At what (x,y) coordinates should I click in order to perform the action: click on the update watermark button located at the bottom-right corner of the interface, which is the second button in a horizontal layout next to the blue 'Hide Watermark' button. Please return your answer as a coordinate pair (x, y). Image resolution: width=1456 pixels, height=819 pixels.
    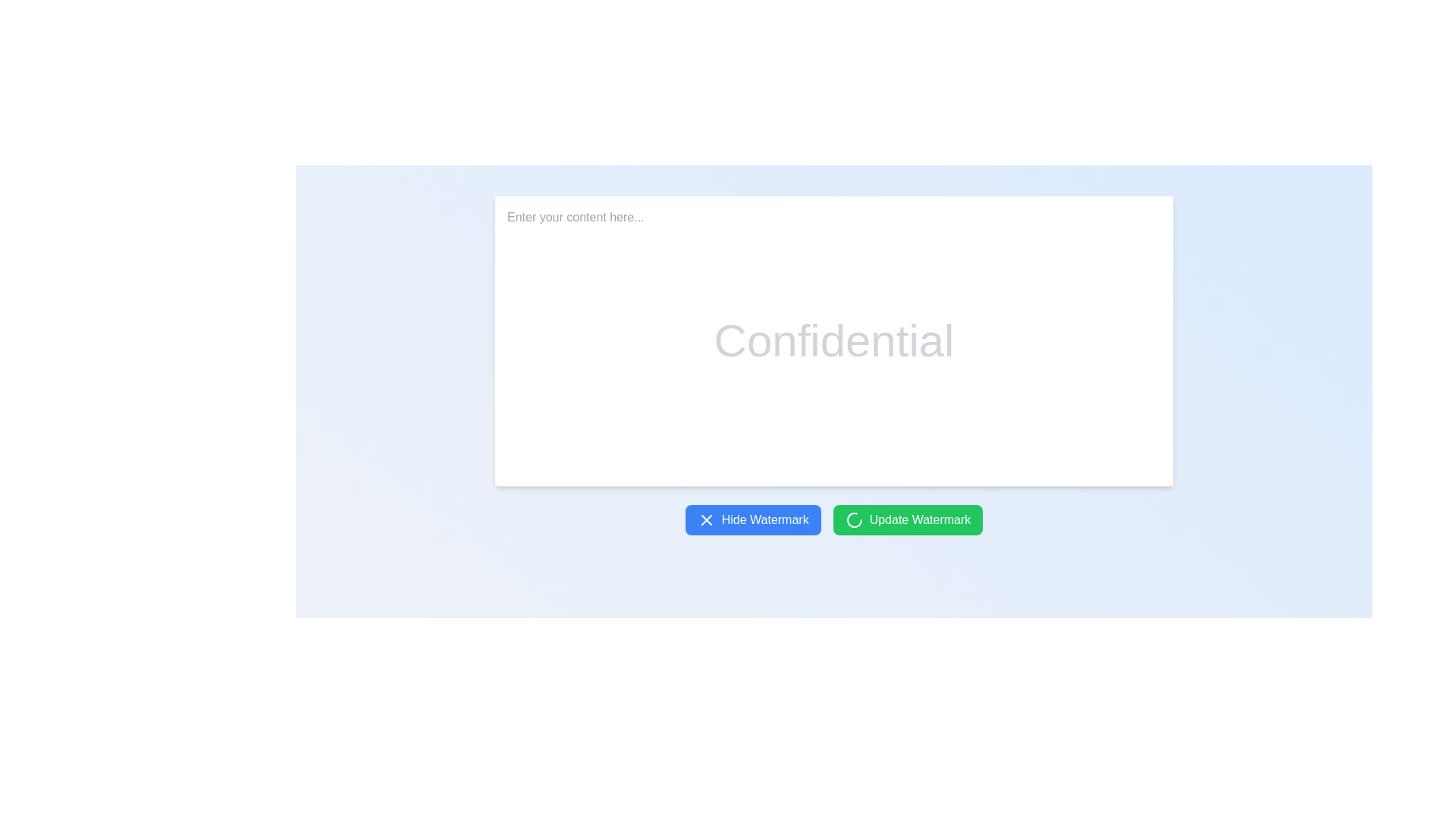
    Looking at the image, I should click on (908, 519).